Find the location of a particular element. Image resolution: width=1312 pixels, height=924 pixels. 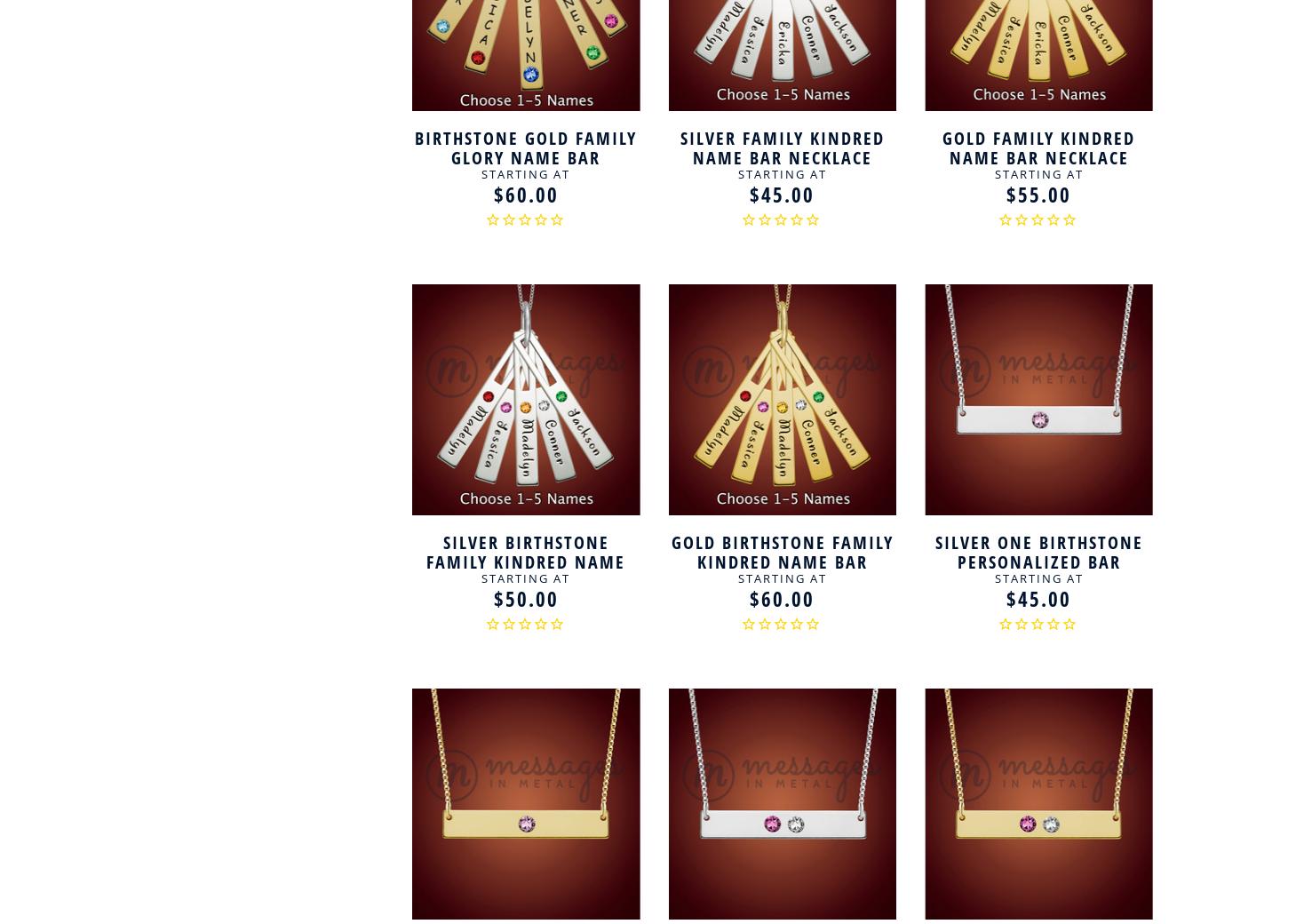

'Gold Family Kindred Name Bar Necklace' is located at coordinates (1038, 147).